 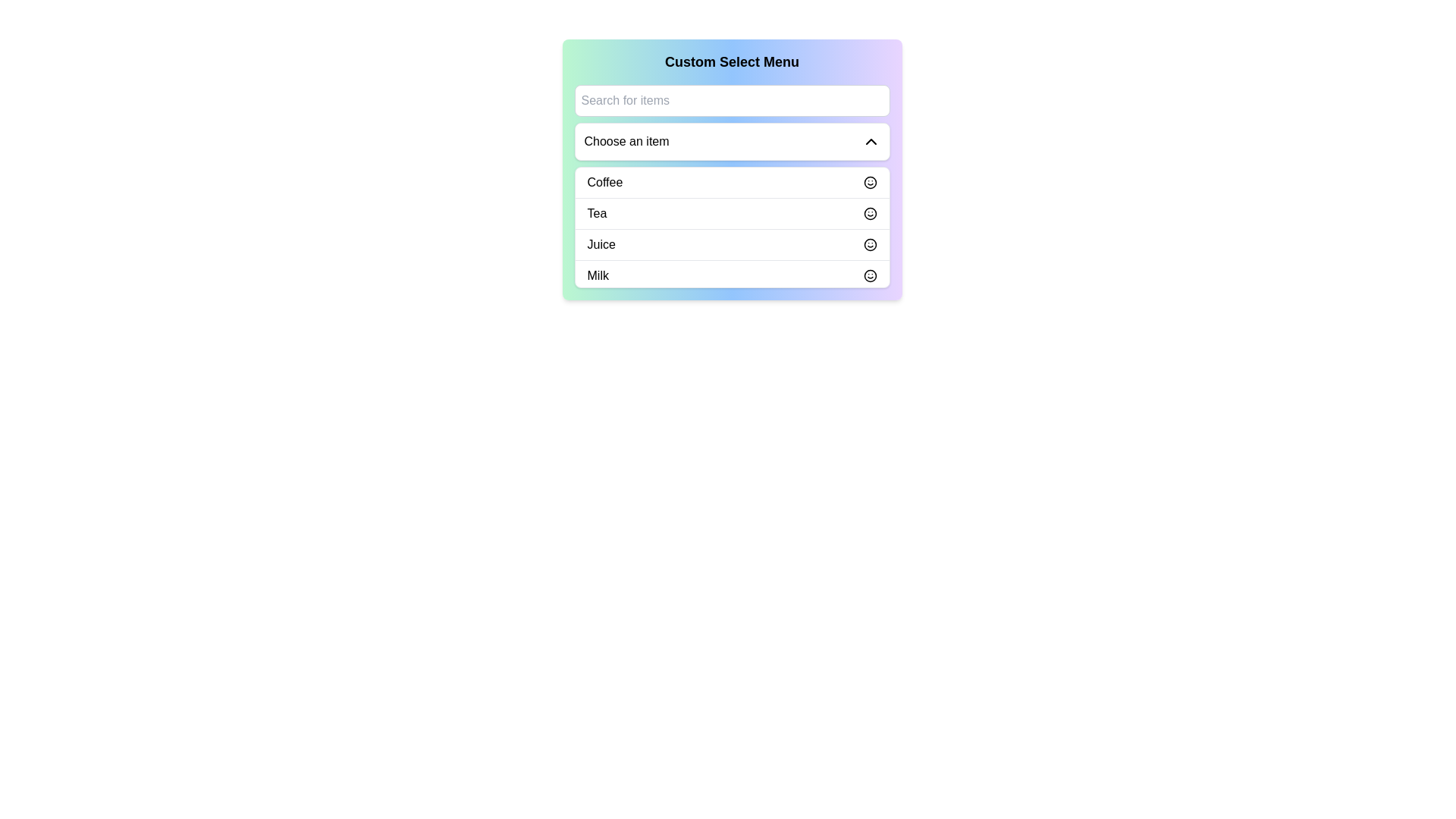 What do you see at coordinates (601, 244) in the screenshot?
I see `the 'Juice' option in the dropdown menu under 'Custom Select Menu', which is the third item in the list` at bounding box center [601, 244].